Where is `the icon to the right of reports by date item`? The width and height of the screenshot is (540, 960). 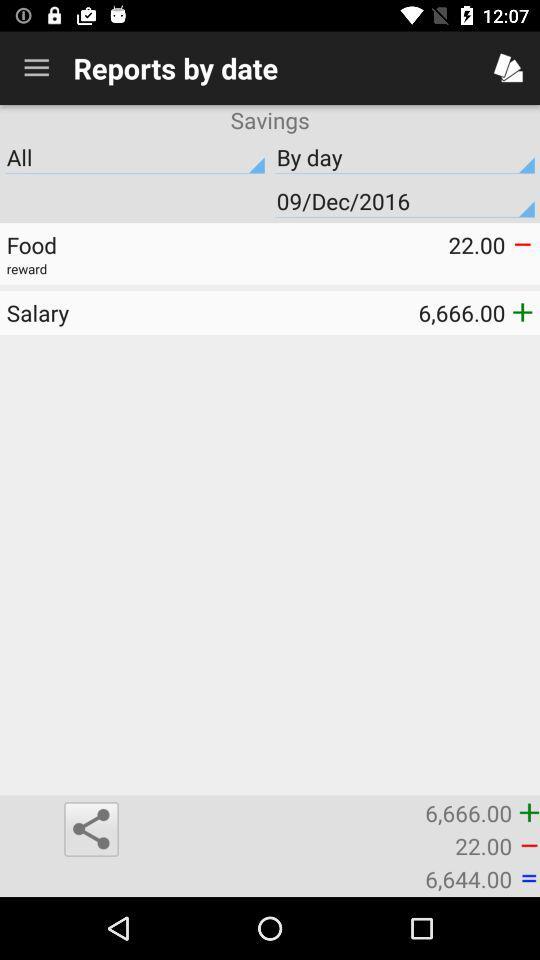 the icon to the right of reports by date item is located at coordinates (508, 68).